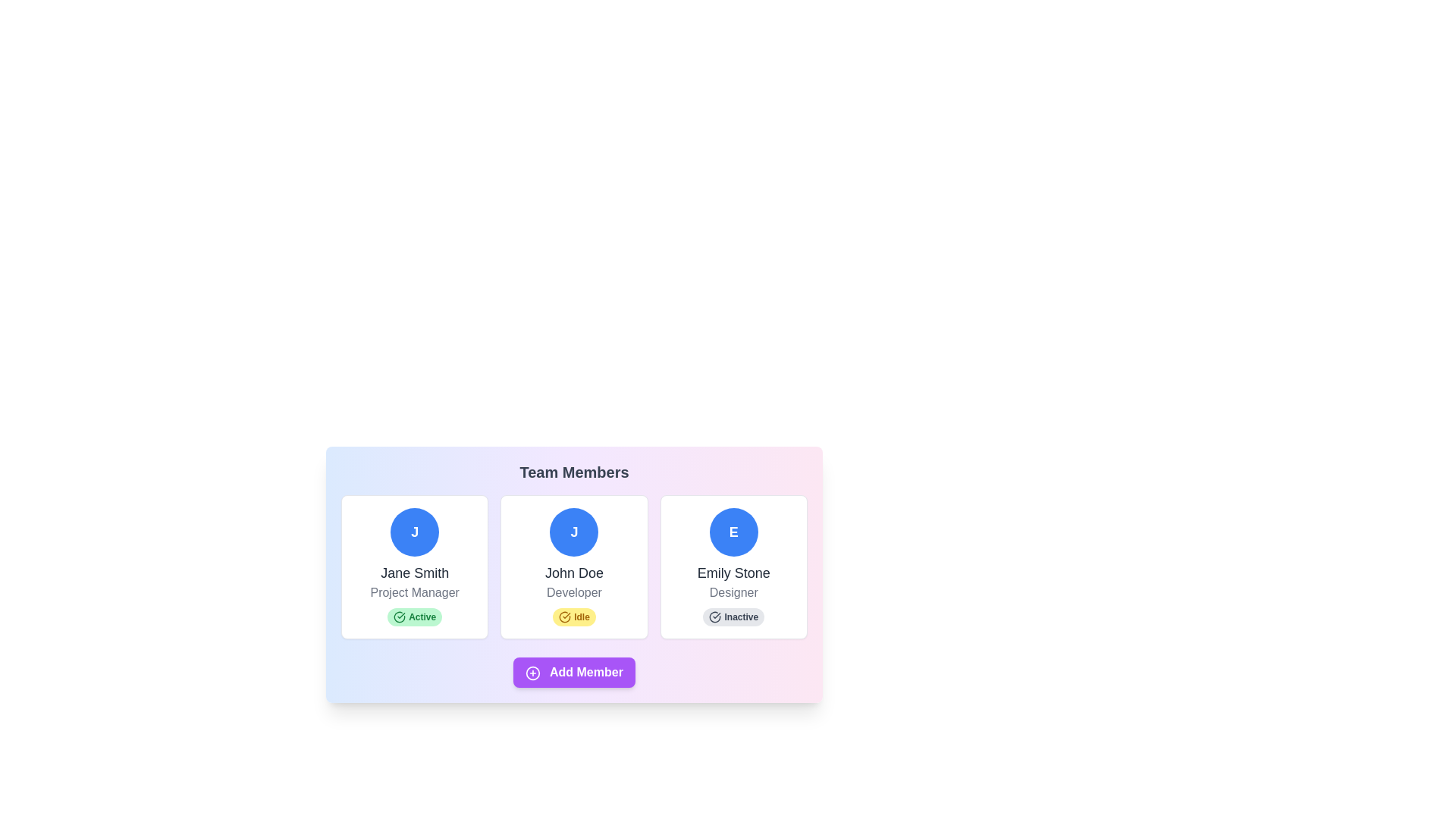 Image resolution: width=1456 pixels, height=819 pixels. What do you see at coordinates (415, 617) in the screenshot?
I see `the status indicator for 'Jane Smith', which displays 'Active' below the text 'Project Manager'` at bounding box center [415, 617].